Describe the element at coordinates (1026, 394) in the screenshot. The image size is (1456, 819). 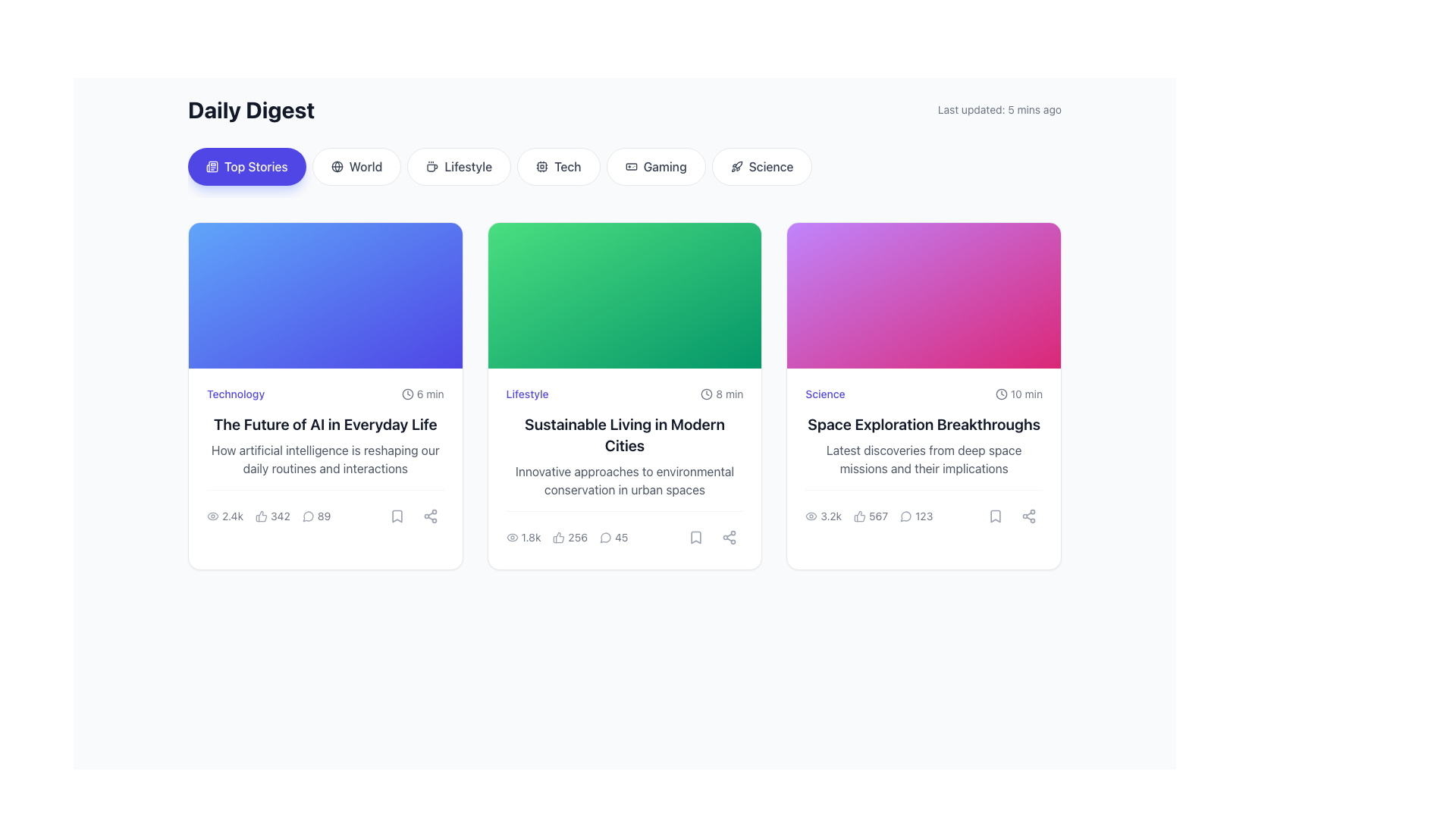
I see `the static text label displaying '10 min' which is located in the top right section of the third card under the 'Science' category, adjacent to a clock icon` at that location.